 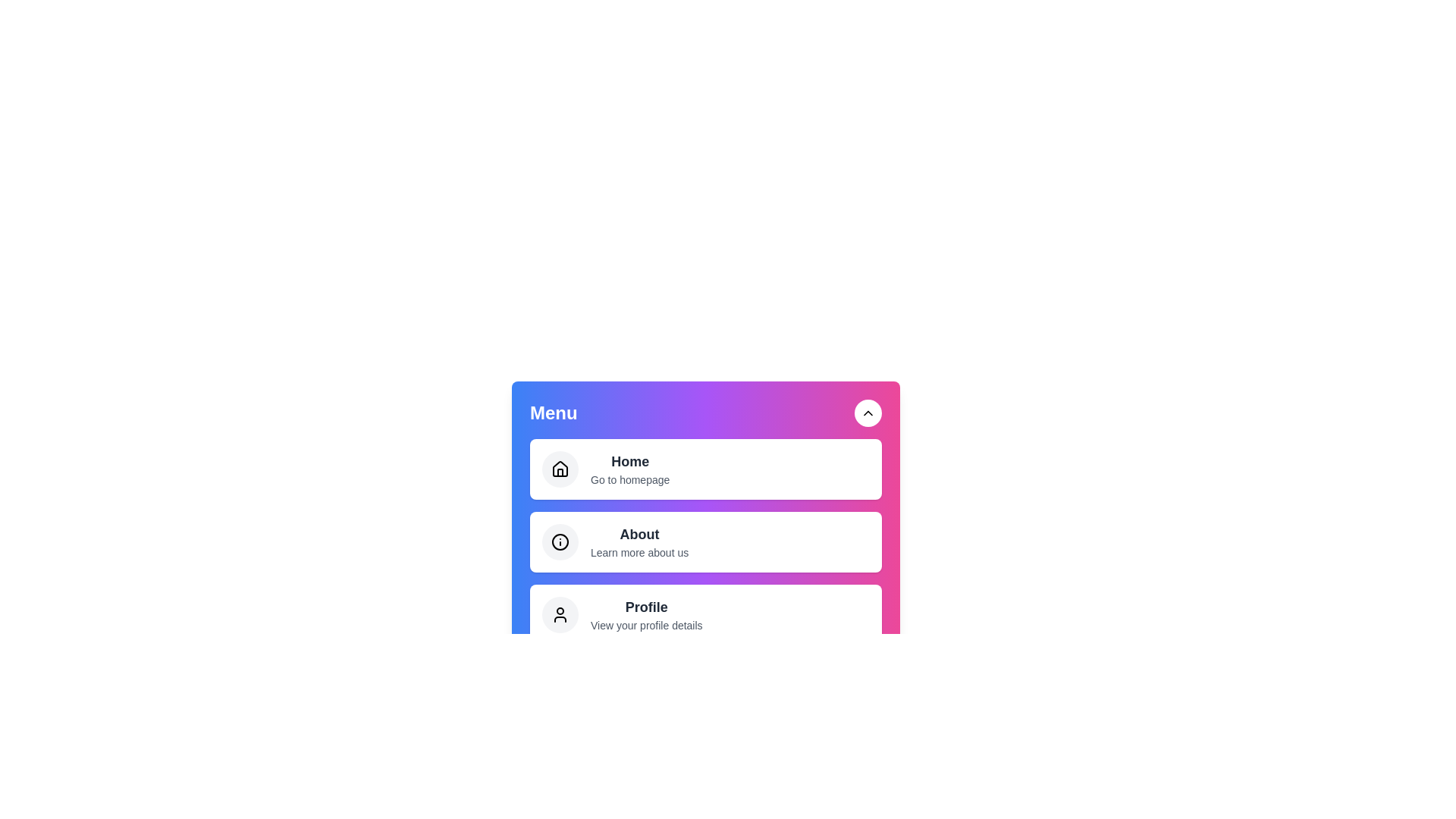 I want to click on toggle button to open or close the menu, so click(x=868, y=413).